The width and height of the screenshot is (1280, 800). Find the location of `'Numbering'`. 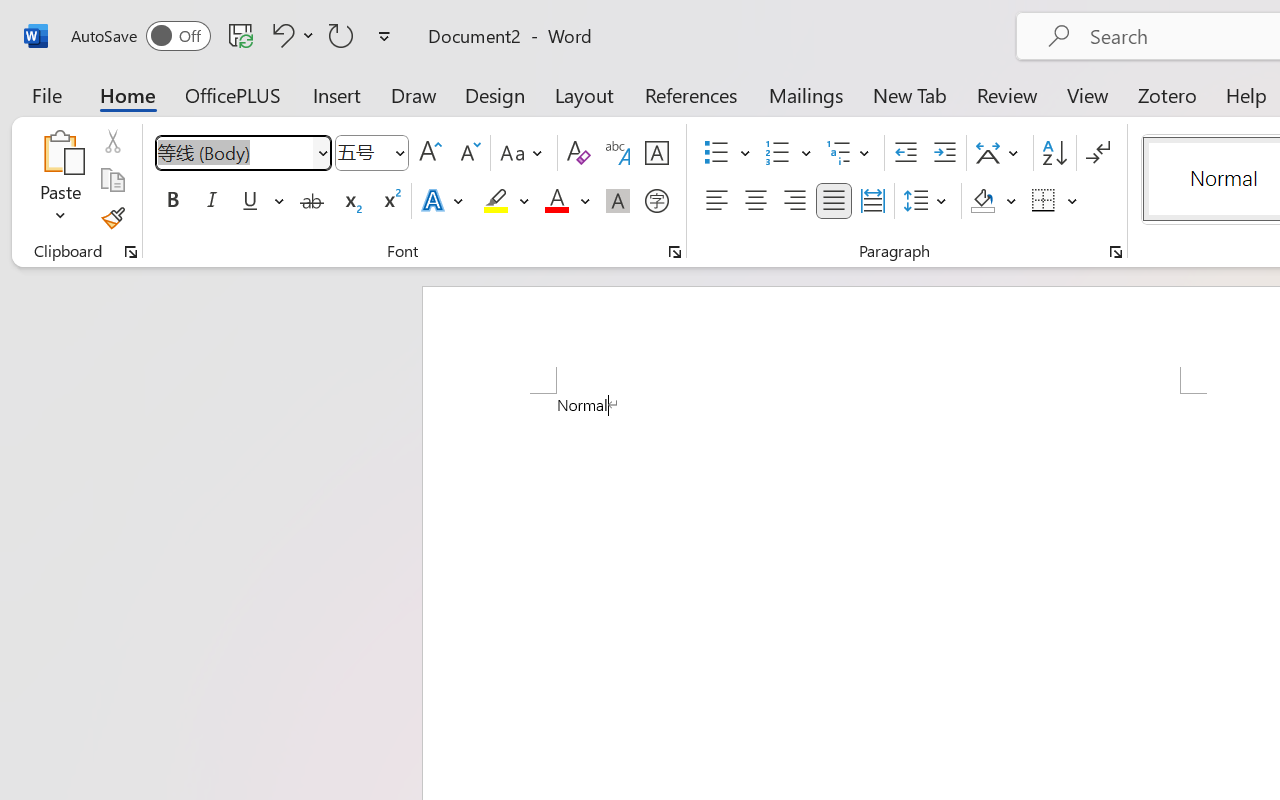

'Numbering' is located at coordinates (788, 153).